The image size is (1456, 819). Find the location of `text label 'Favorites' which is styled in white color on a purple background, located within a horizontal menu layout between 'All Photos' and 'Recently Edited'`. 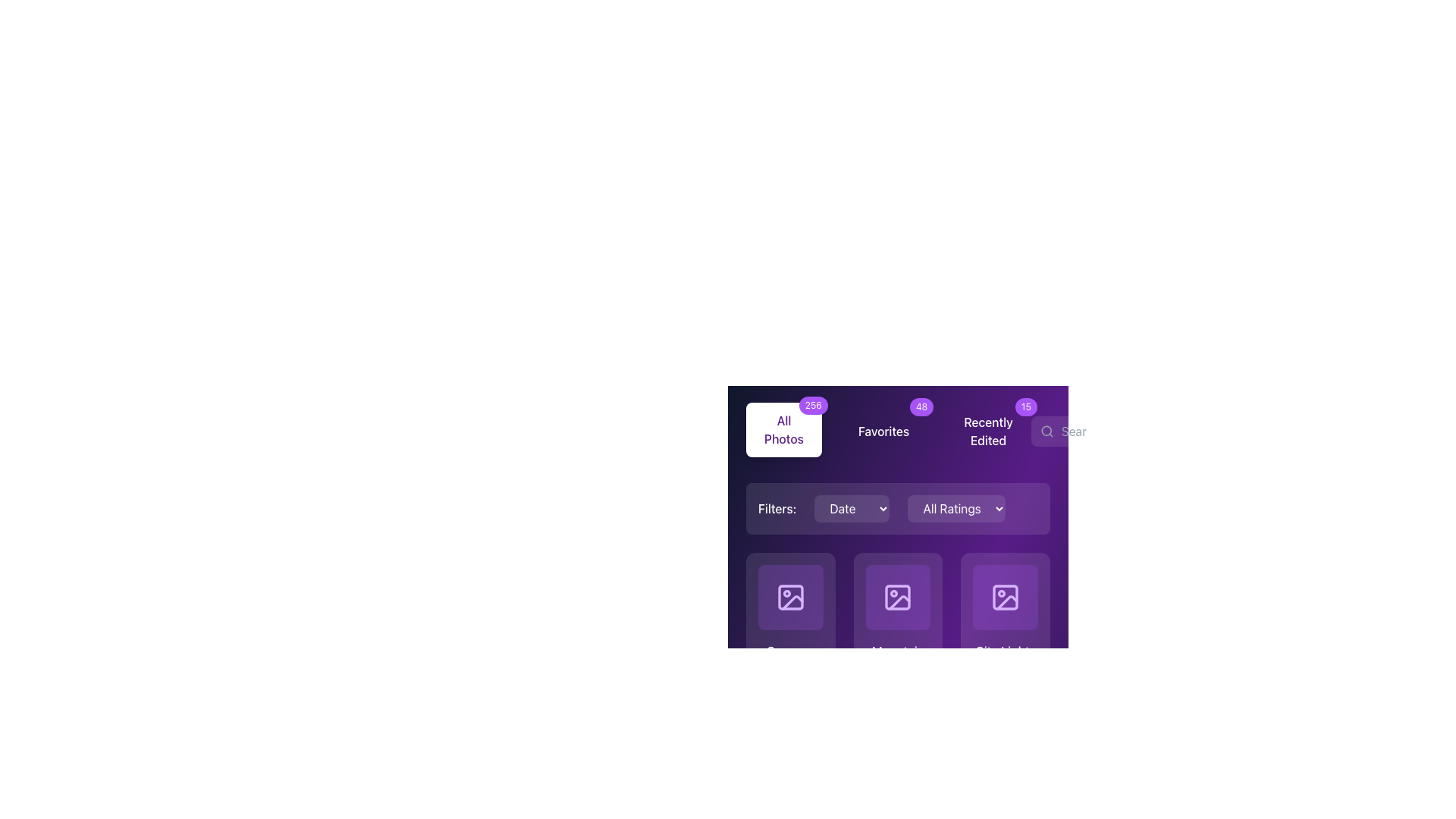

text label 'Favorites' which is styled in white color on a purple background, located within a horizontal menu layout between 'All Photos' and 'Recently Edited' is located at coordinates (883, 431).